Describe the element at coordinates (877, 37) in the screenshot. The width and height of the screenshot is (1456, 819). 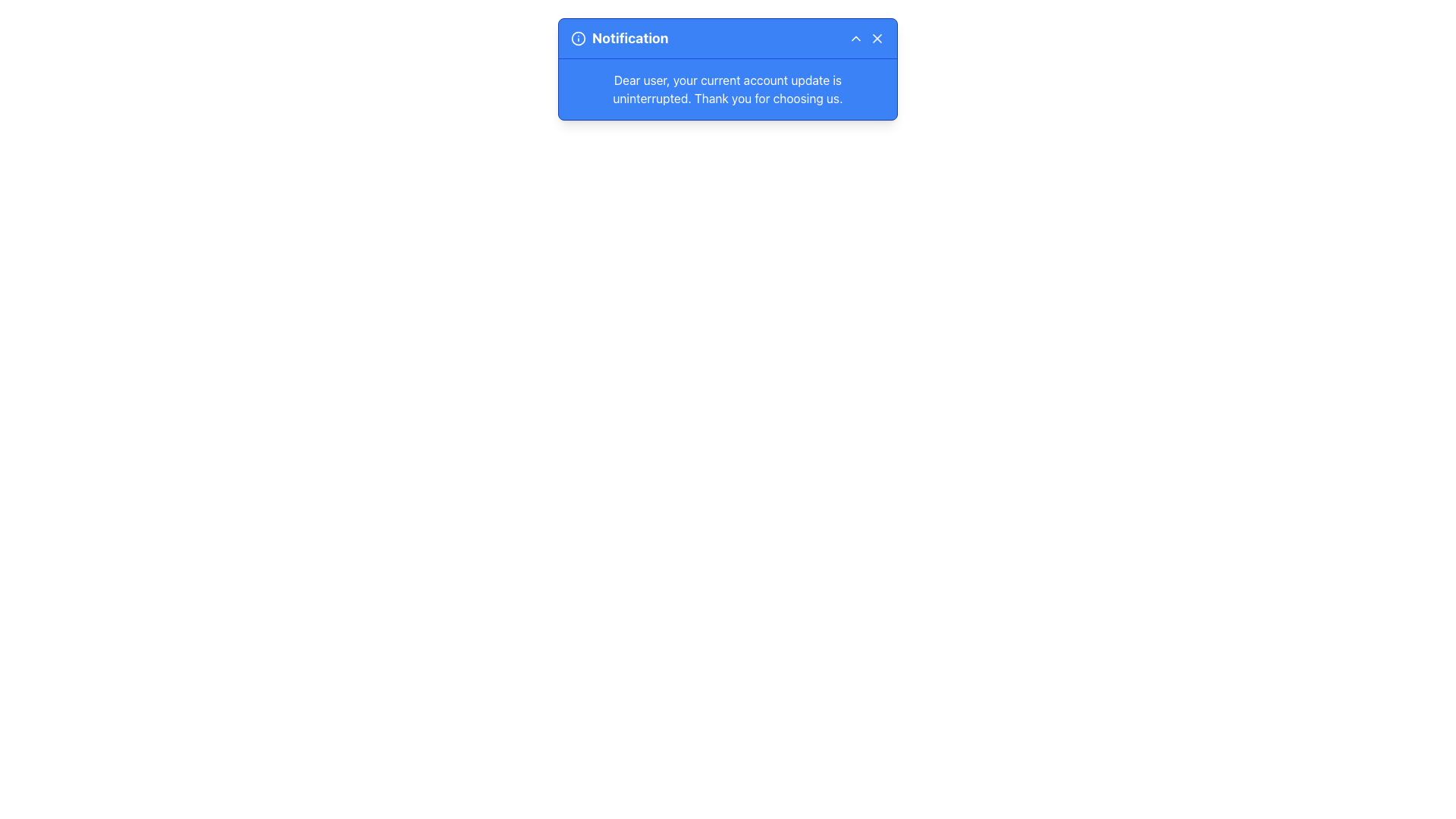
I see `the 'X' icon button located at the top-right corner of the blue notification box` at that location.